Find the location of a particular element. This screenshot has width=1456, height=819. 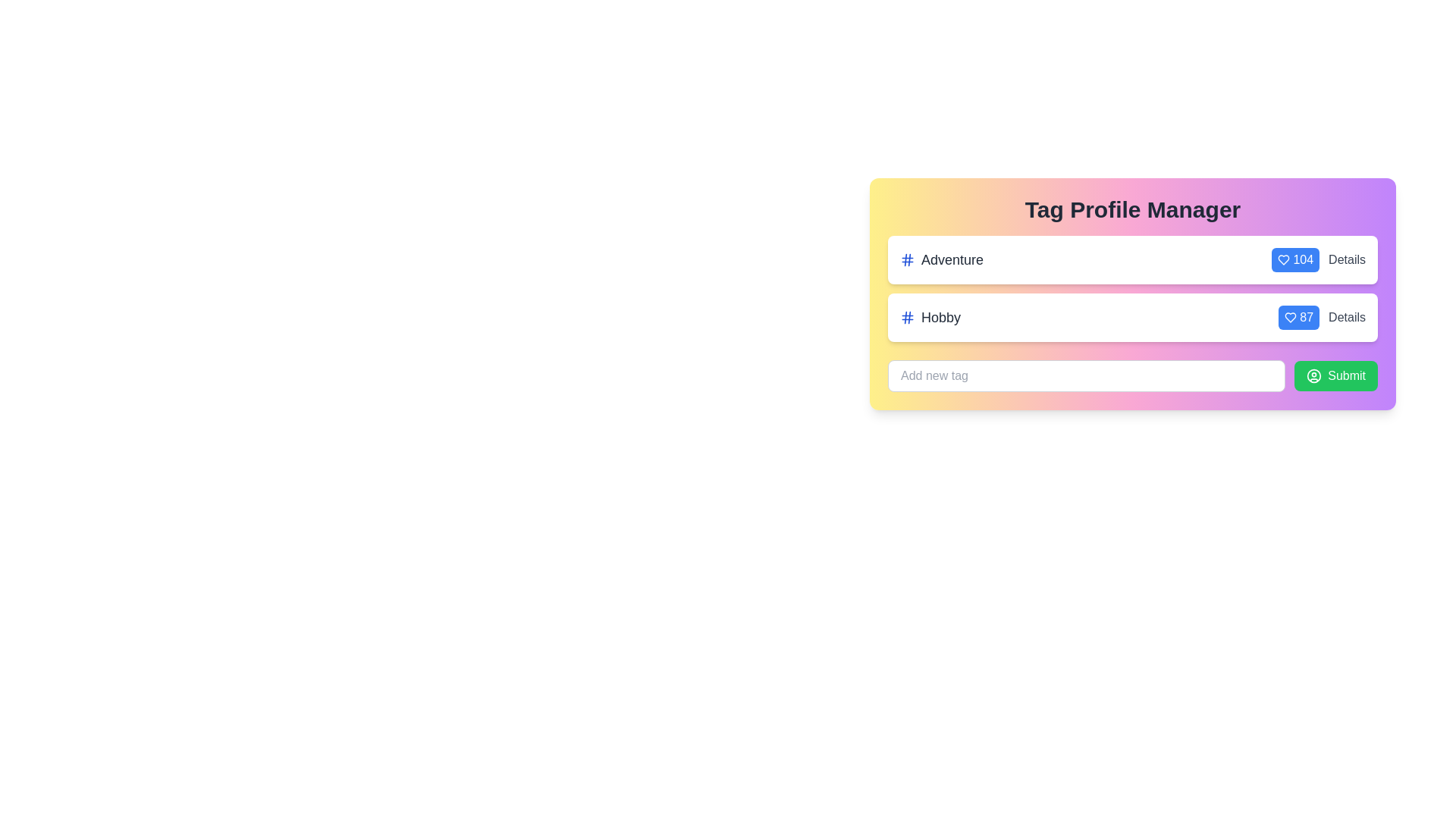

the numeric label '104' styled in white text on a blue background is located at coordinates (1318, 259).